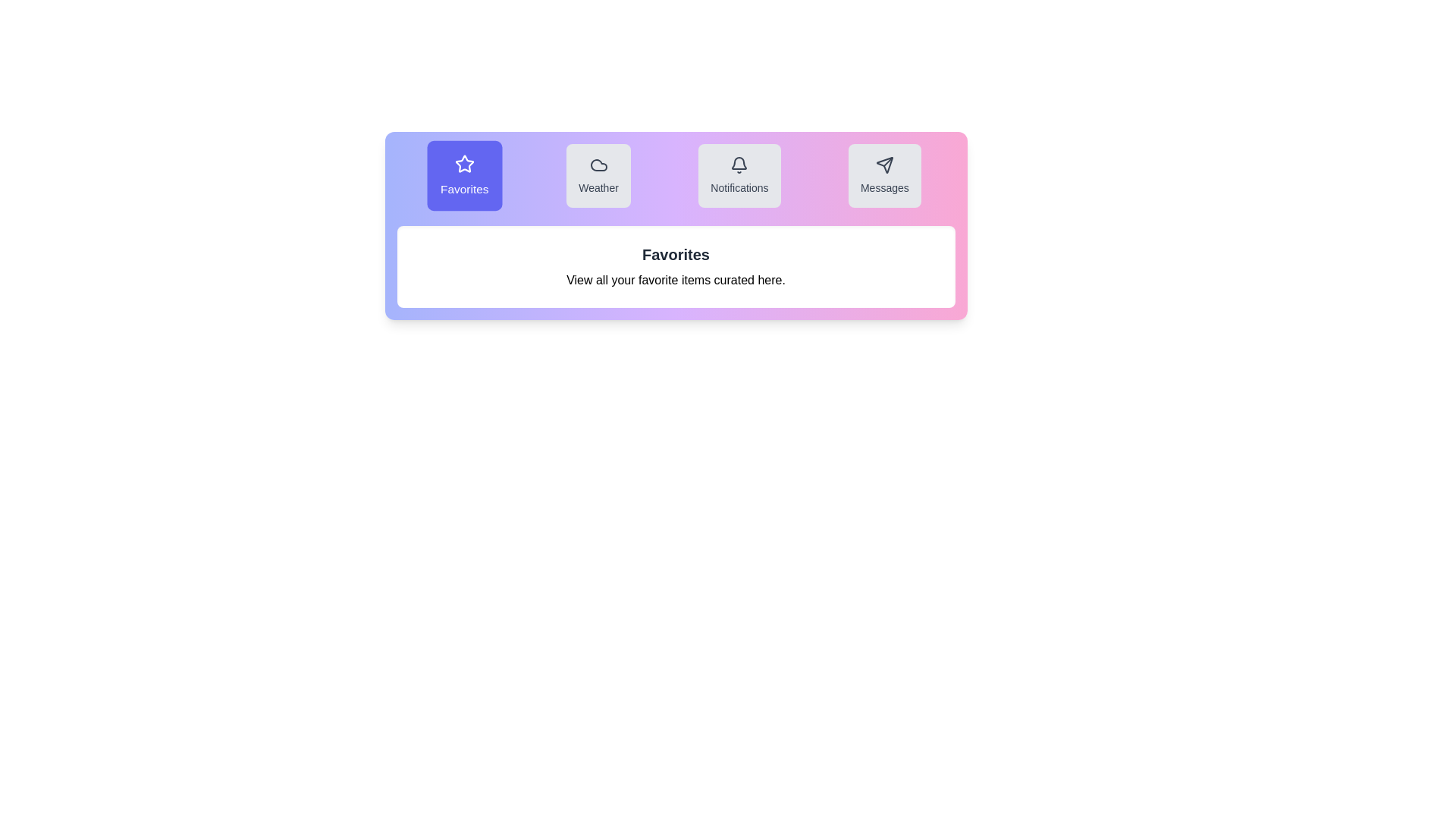 The width and height of the screenshot is (1456, 819). I want to click on the tab labeled Messages to observe its visual effect, so click(884, 174).